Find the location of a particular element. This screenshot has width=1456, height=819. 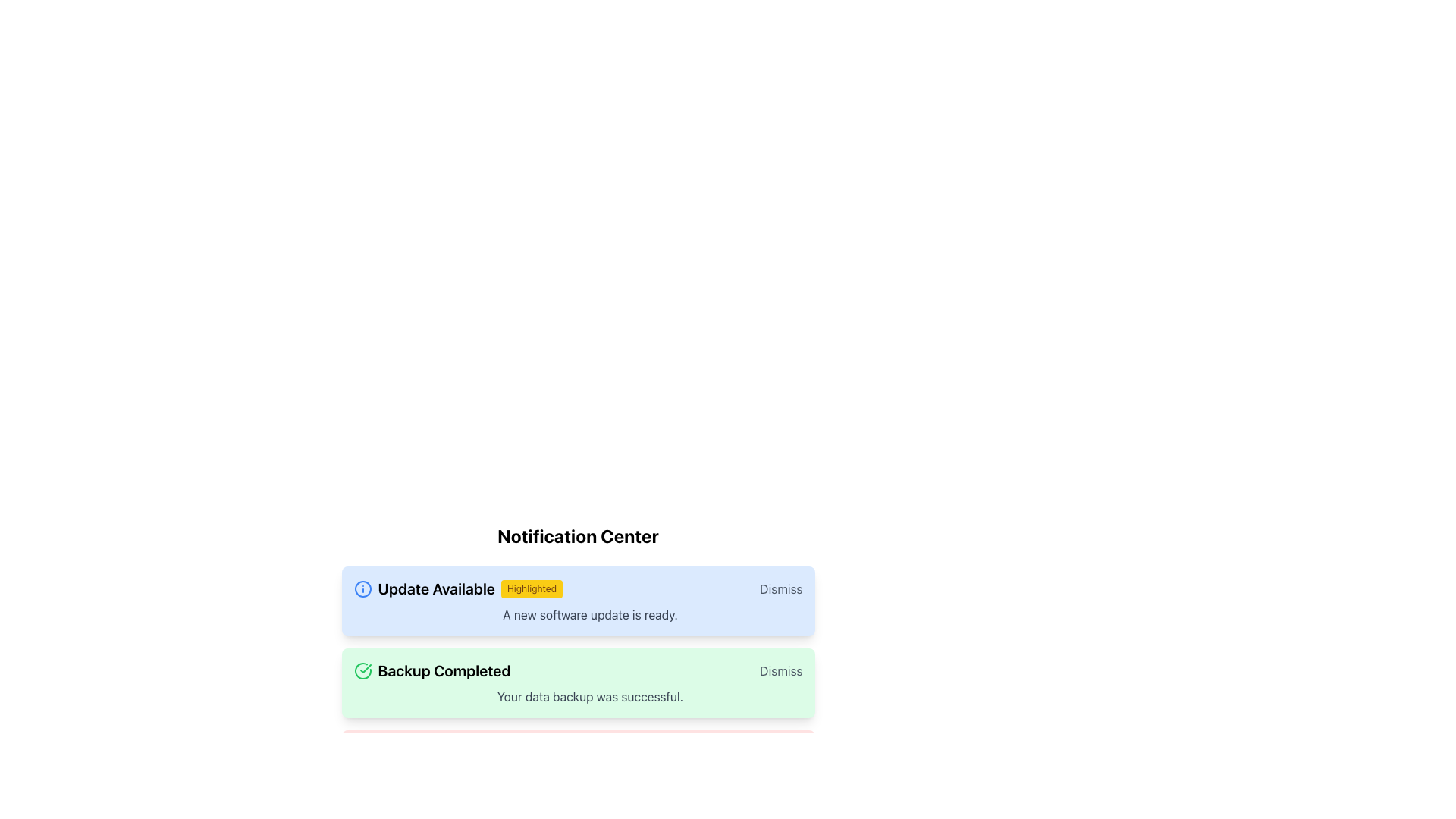

details of the 'Update Available' notification banner located in the Notification Center, which includes the info icon, the text, and the highlighted label is located at coordinates (457, 588).